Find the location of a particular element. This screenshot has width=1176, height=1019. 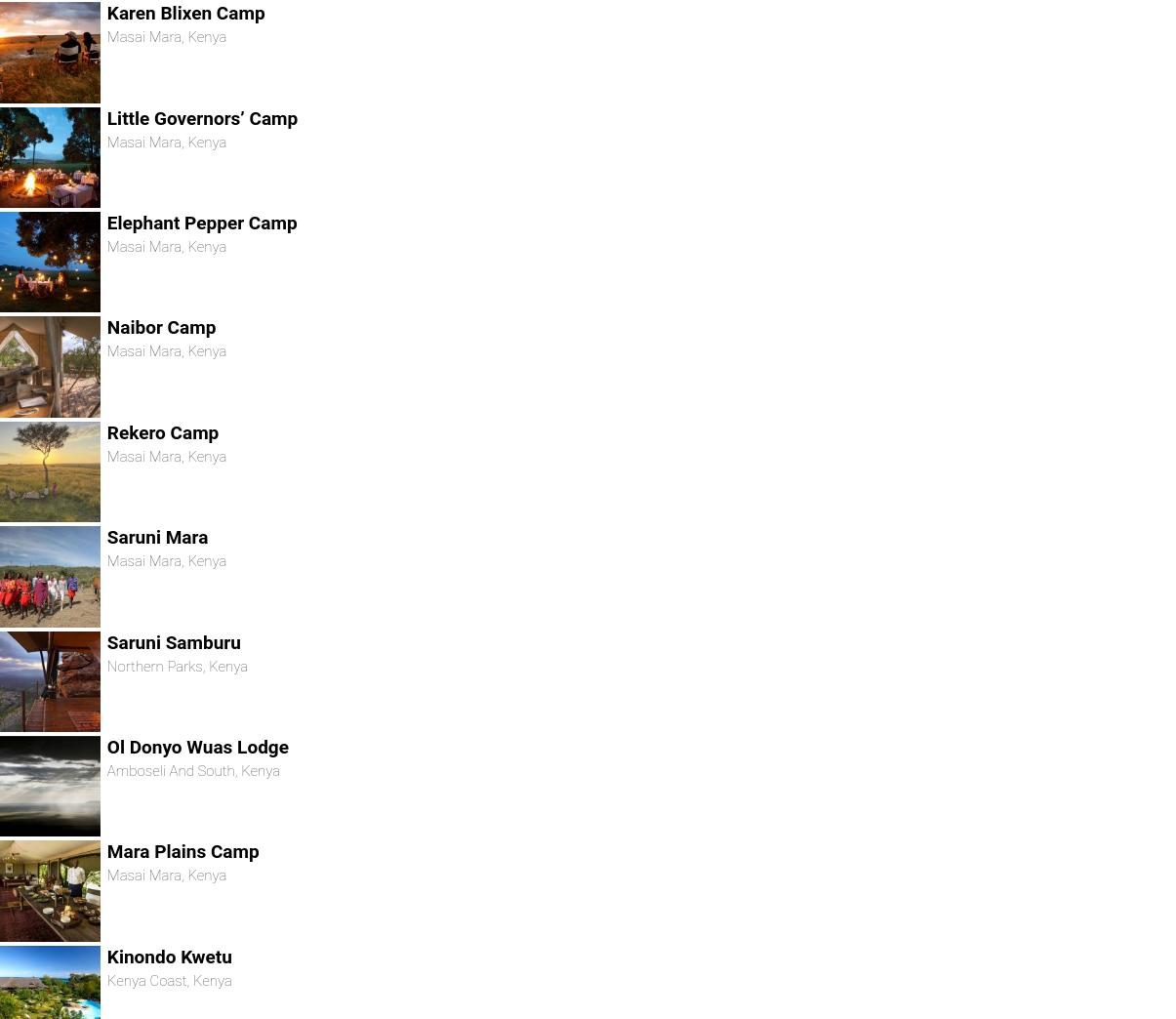

'Kenya Coast, Kenya' is located at coordinates (168, 980).